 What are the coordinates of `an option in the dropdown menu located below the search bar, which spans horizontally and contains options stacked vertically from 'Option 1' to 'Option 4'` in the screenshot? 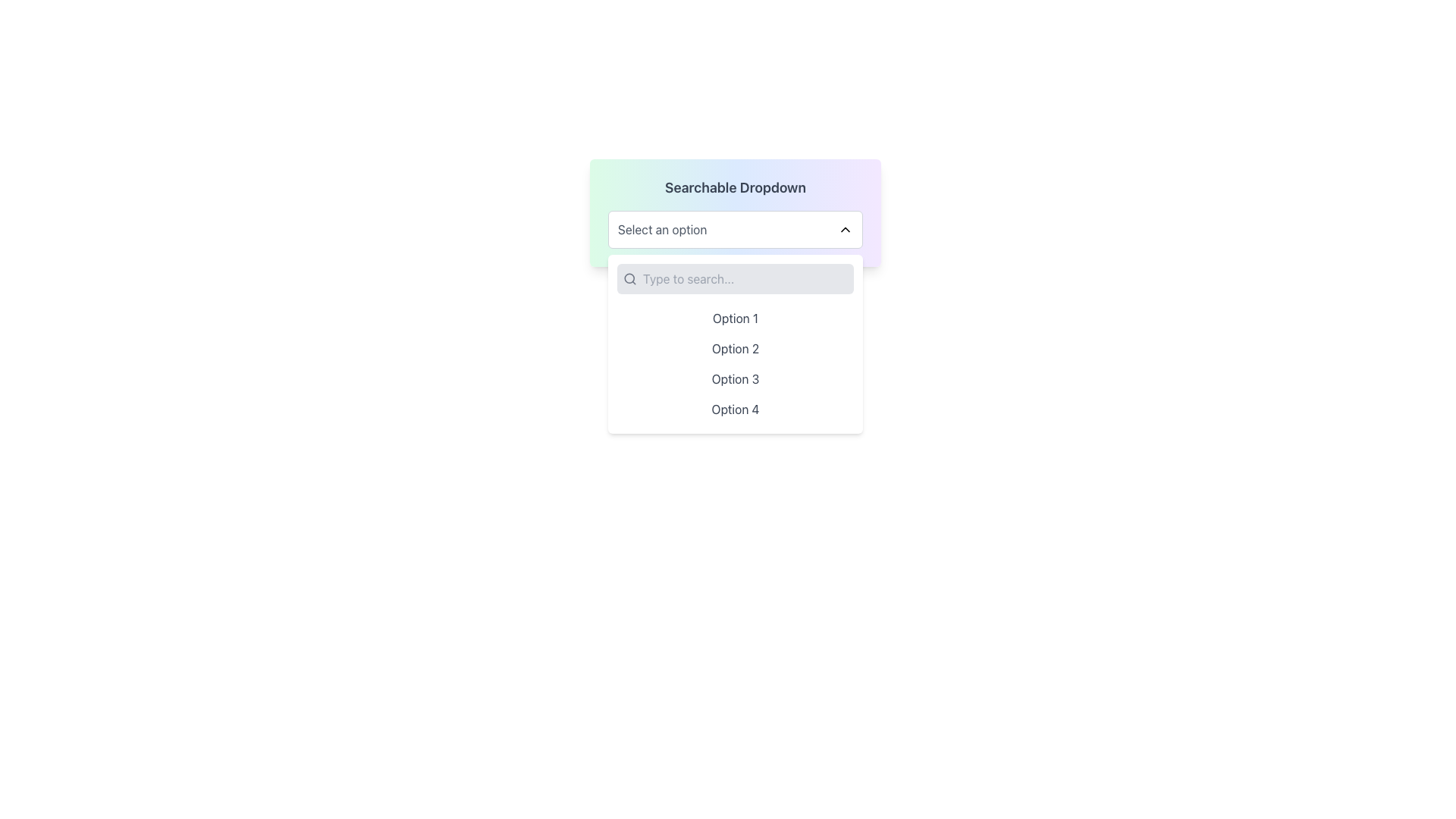 It's located at (735, 363).